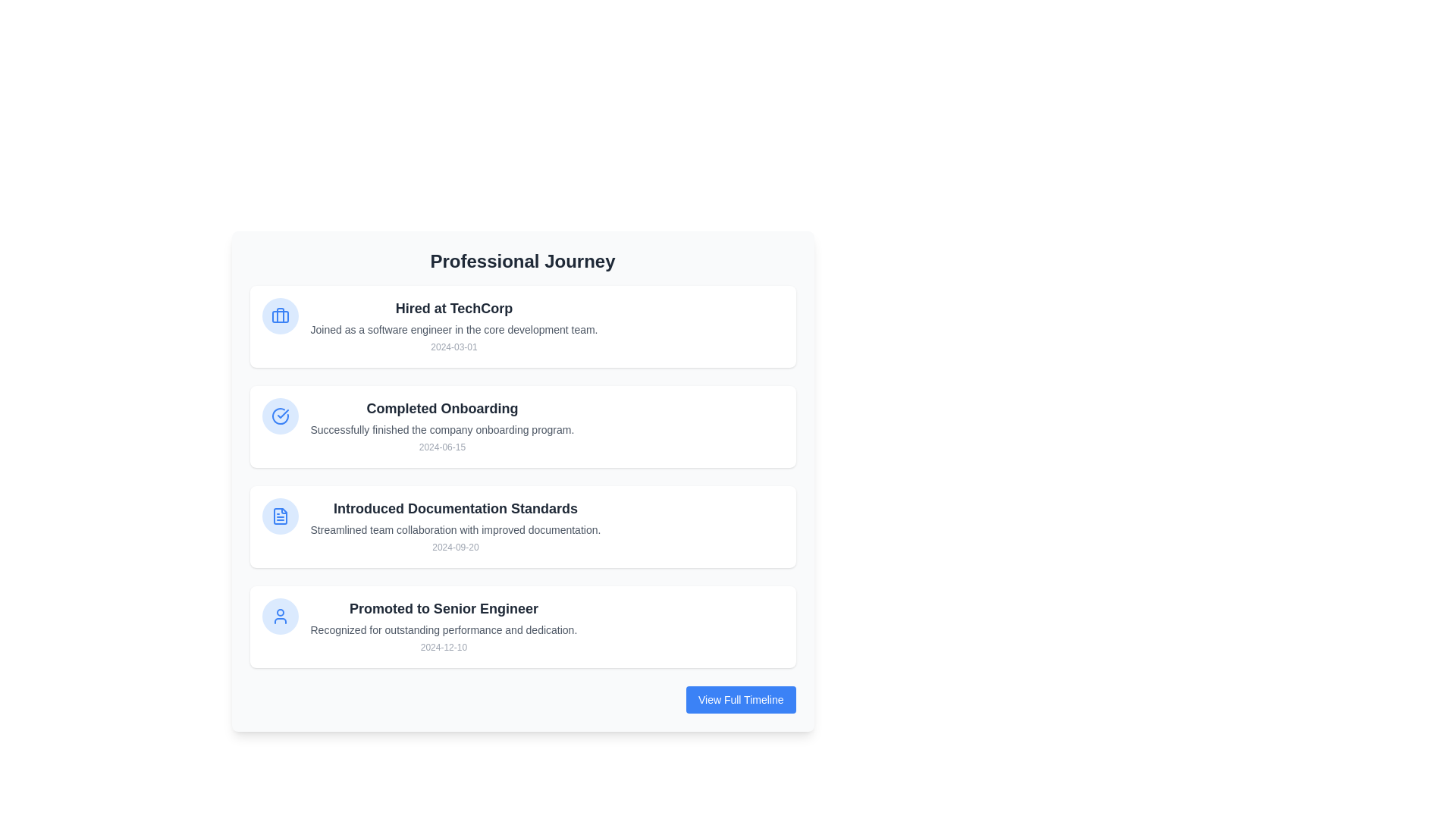 This screenshot has width=1456, height=819. What do you see at coordinates (453, 308) in the screenshot?
I see `the title header of the first card in the vertical list under the 'Professional Journey' section, which provides a summary of the event` at bounding box center [453, 308].